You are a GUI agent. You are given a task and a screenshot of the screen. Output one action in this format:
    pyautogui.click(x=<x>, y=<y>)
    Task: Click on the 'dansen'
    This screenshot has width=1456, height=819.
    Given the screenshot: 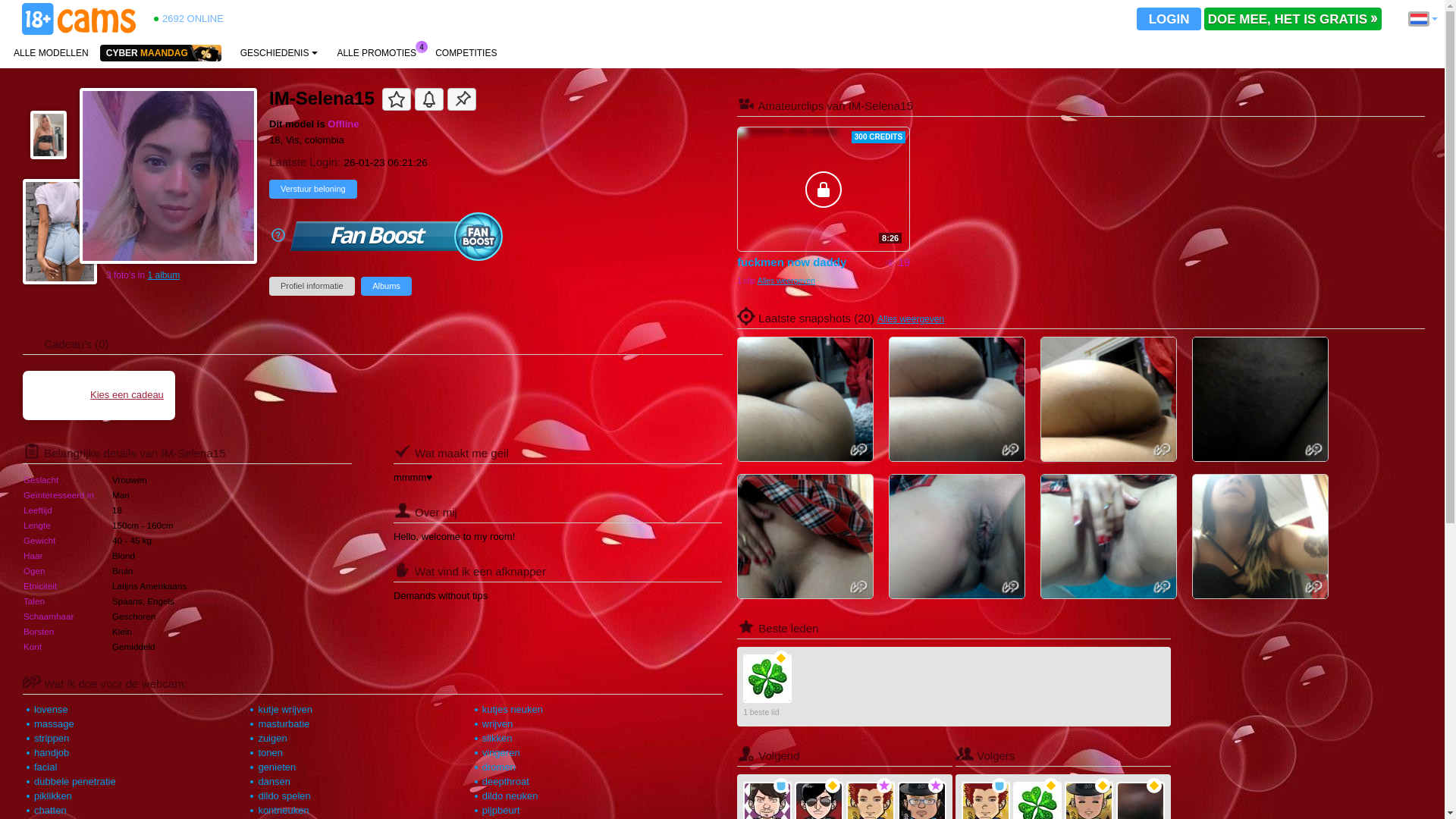 What is the action you would take?
    pyautogui.click(x=274, y=781)
    